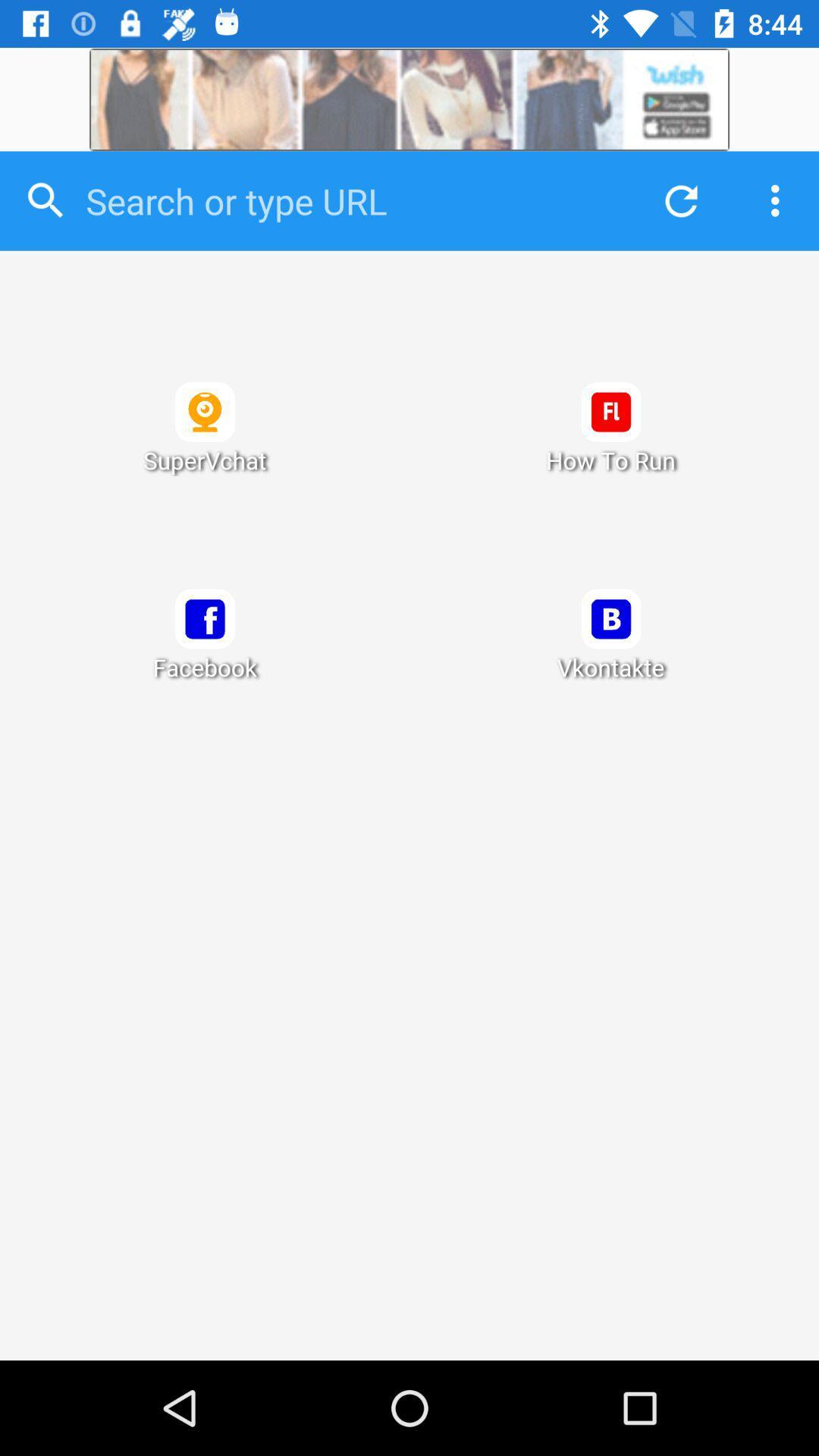 The image size is (819, 1456). What do you see at coordinates (676, 200) in the screenshot?
I see `refresh` at bounding box center [676, 200].